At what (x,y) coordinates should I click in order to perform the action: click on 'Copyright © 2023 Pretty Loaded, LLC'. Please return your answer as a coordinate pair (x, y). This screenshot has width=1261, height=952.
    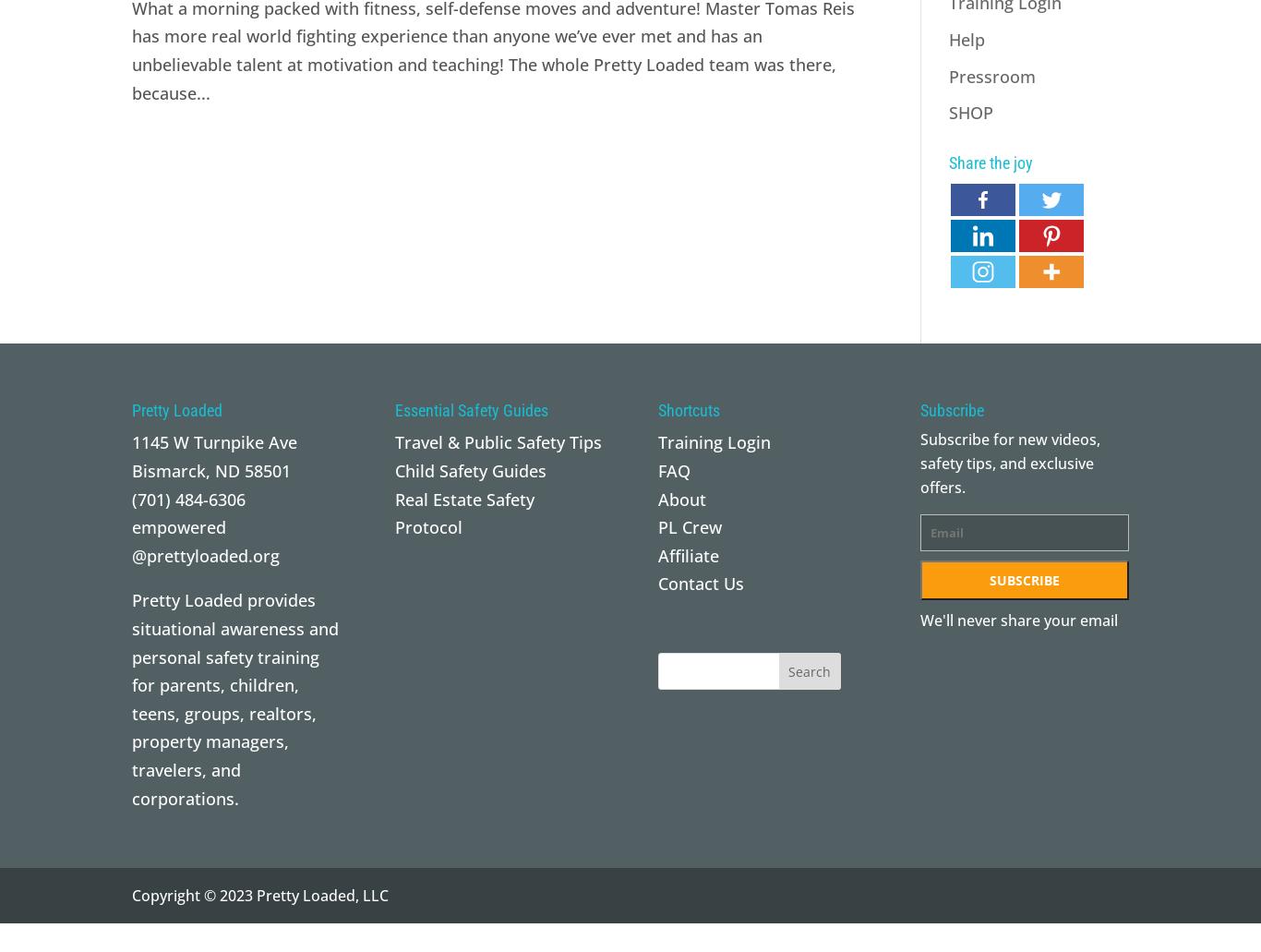
    Looking at the image, I should click on (259, 894).